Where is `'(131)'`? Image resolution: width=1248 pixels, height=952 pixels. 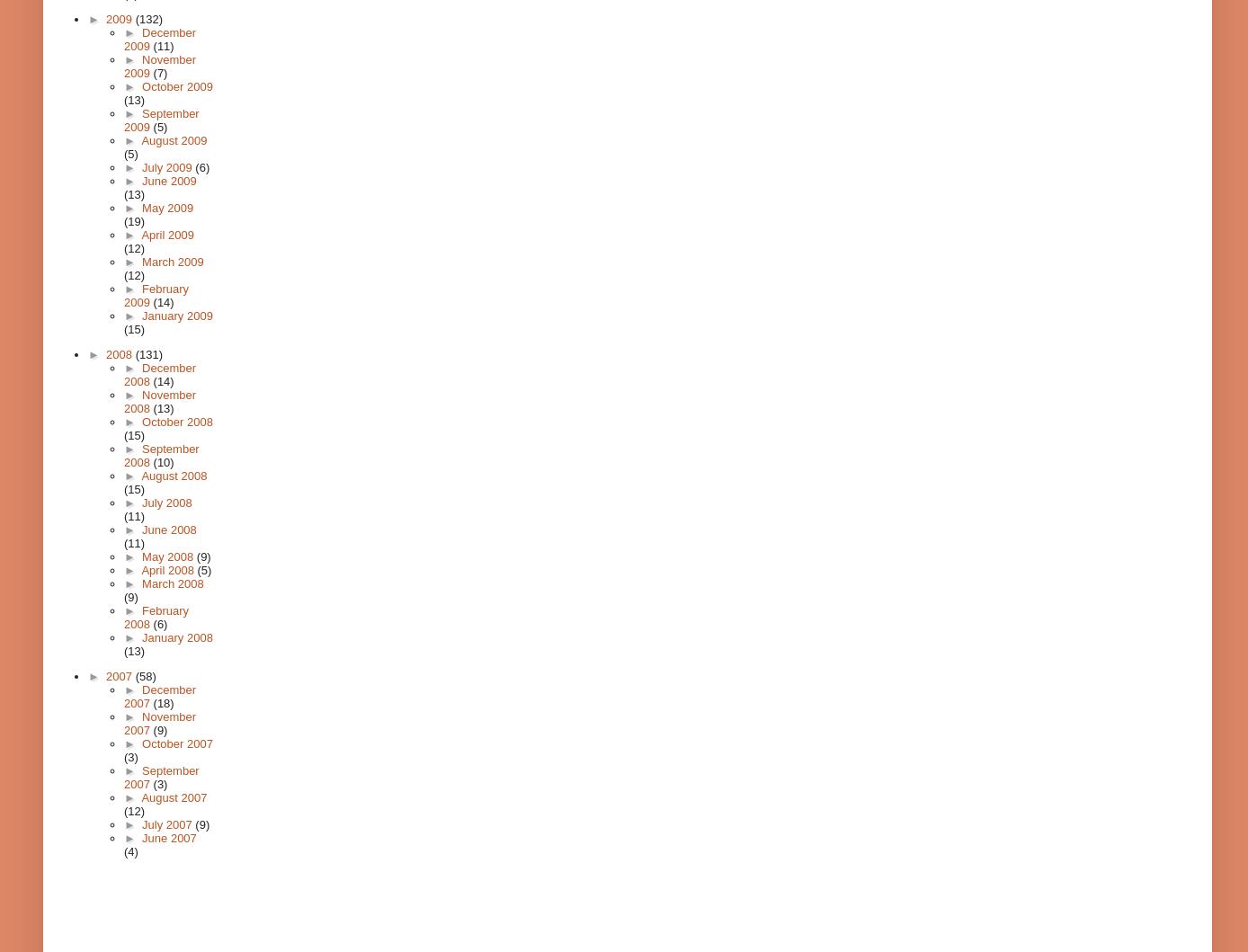
'(131)' is located at coordinates (148, 353).